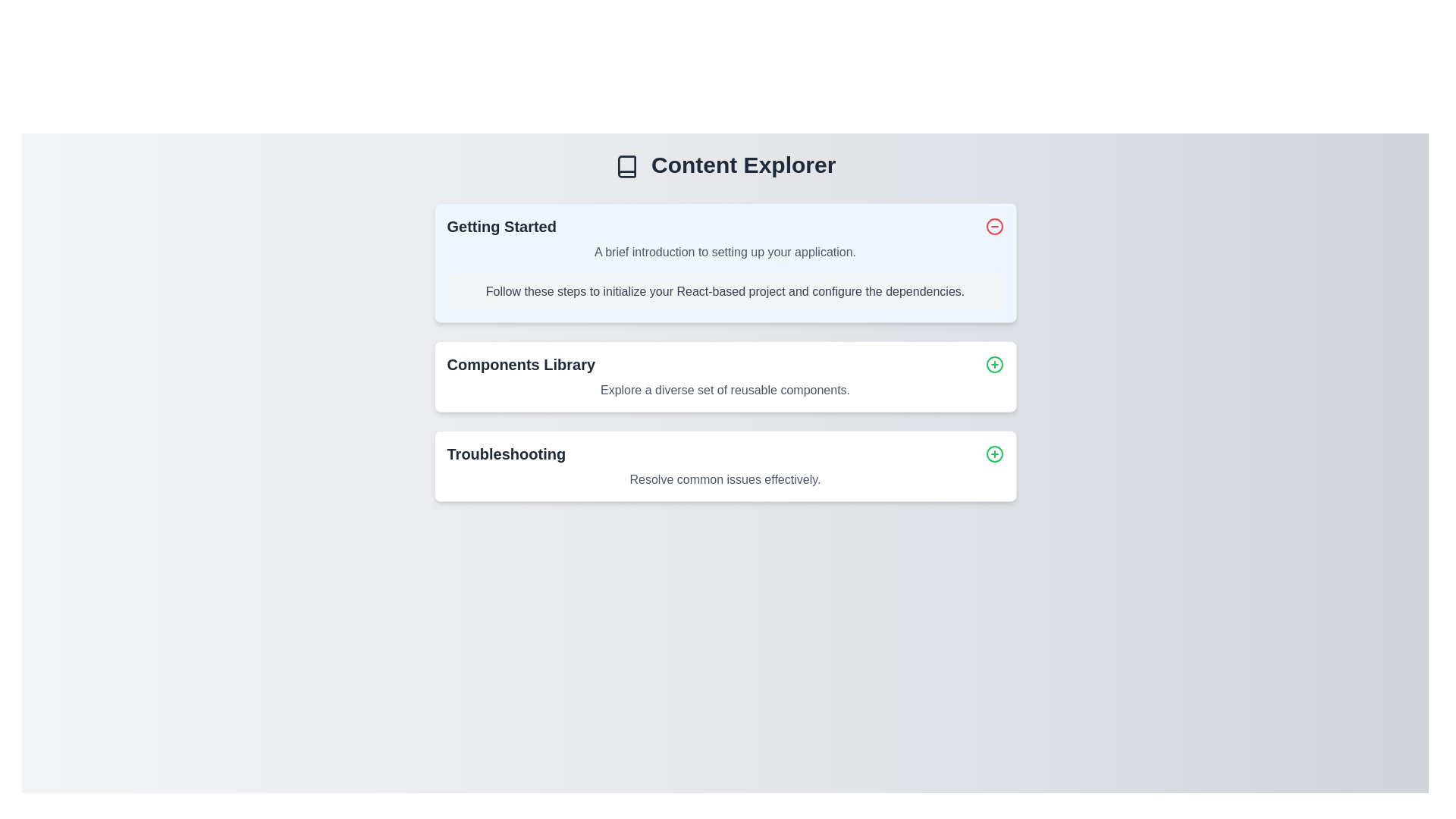 The width and height of the screenshot is (1456, 819). What do you see at coordinates (994, 365) in the screenshot?
I see `the inner circular shape of the green plus icon located on the right side of the middle row labeled 'Components Library'` at bounding box center [994, 365].